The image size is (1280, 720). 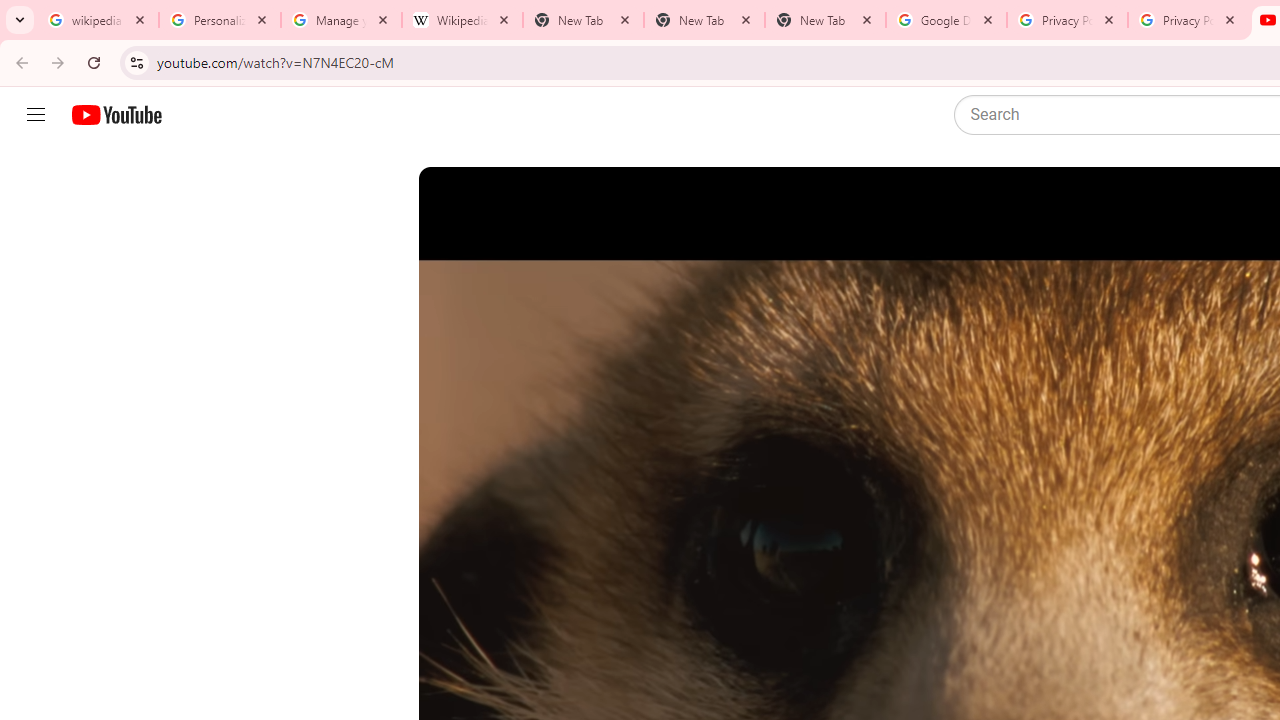 What do you see at coordinates (341, 20) in the screenshot?
I see `'Manage your Location History - Google Search Help'` at bounding box center [341, 20].